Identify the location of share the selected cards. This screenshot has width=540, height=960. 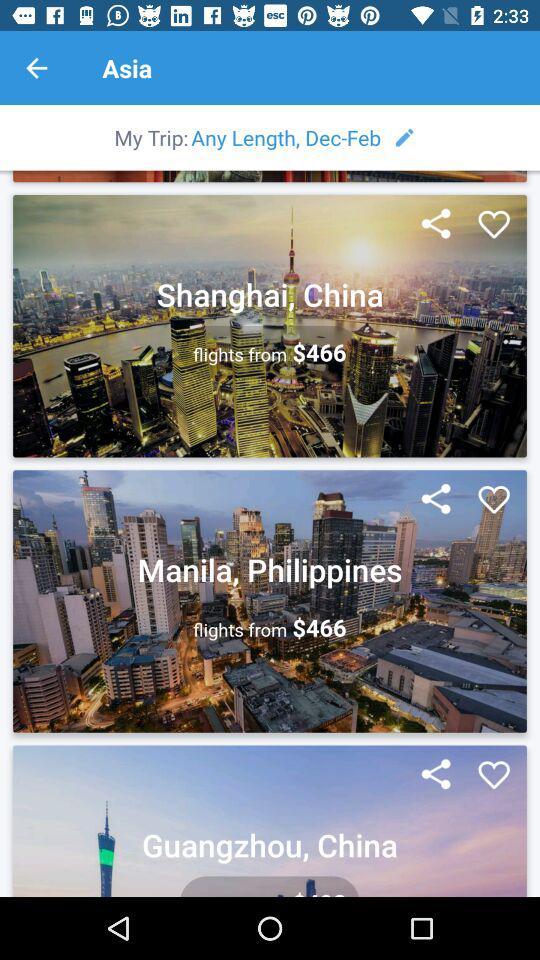
(435, 225).